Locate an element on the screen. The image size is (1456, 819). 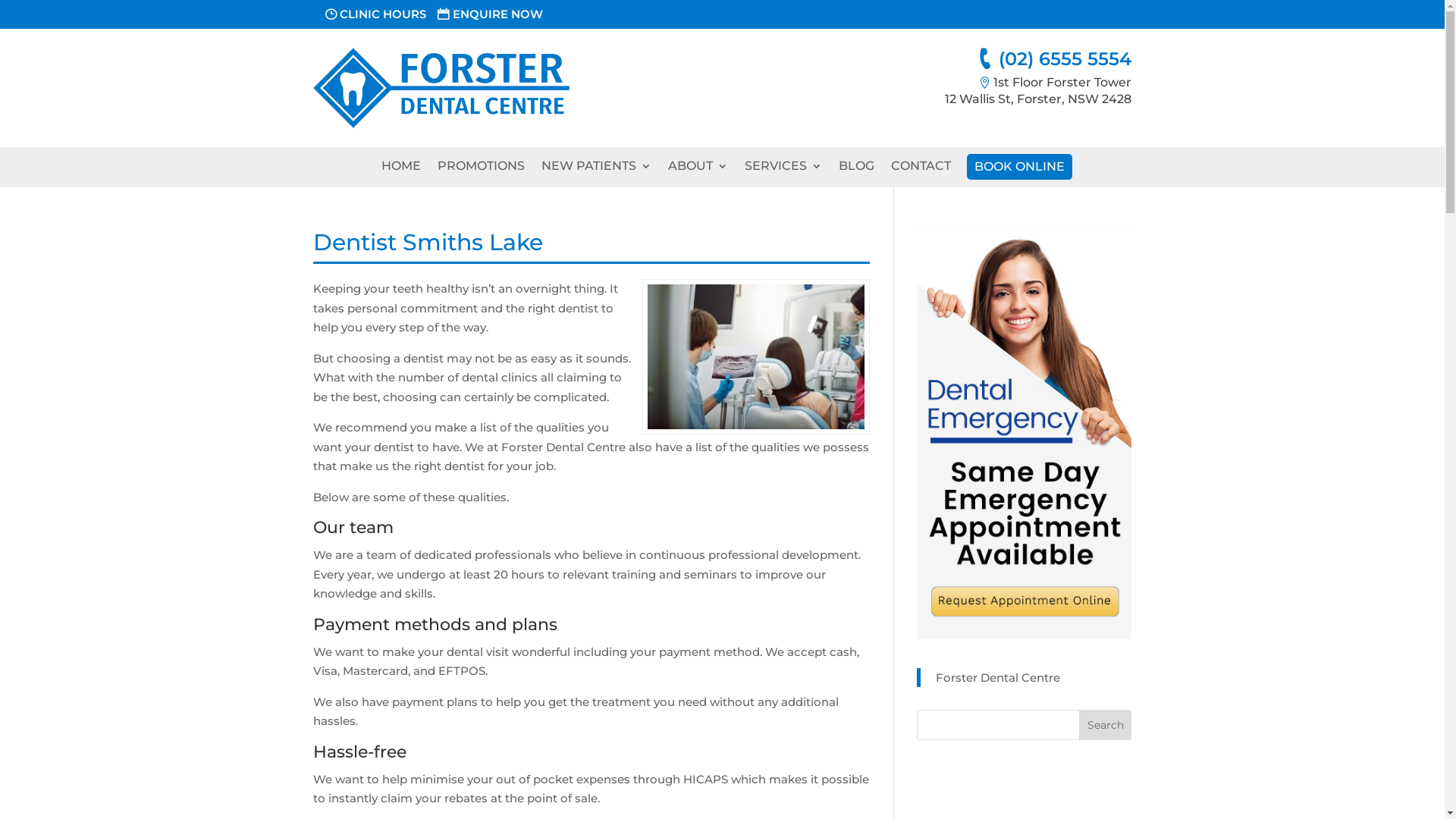
'PROMOTIONS' is located at coordinates (479, 170).